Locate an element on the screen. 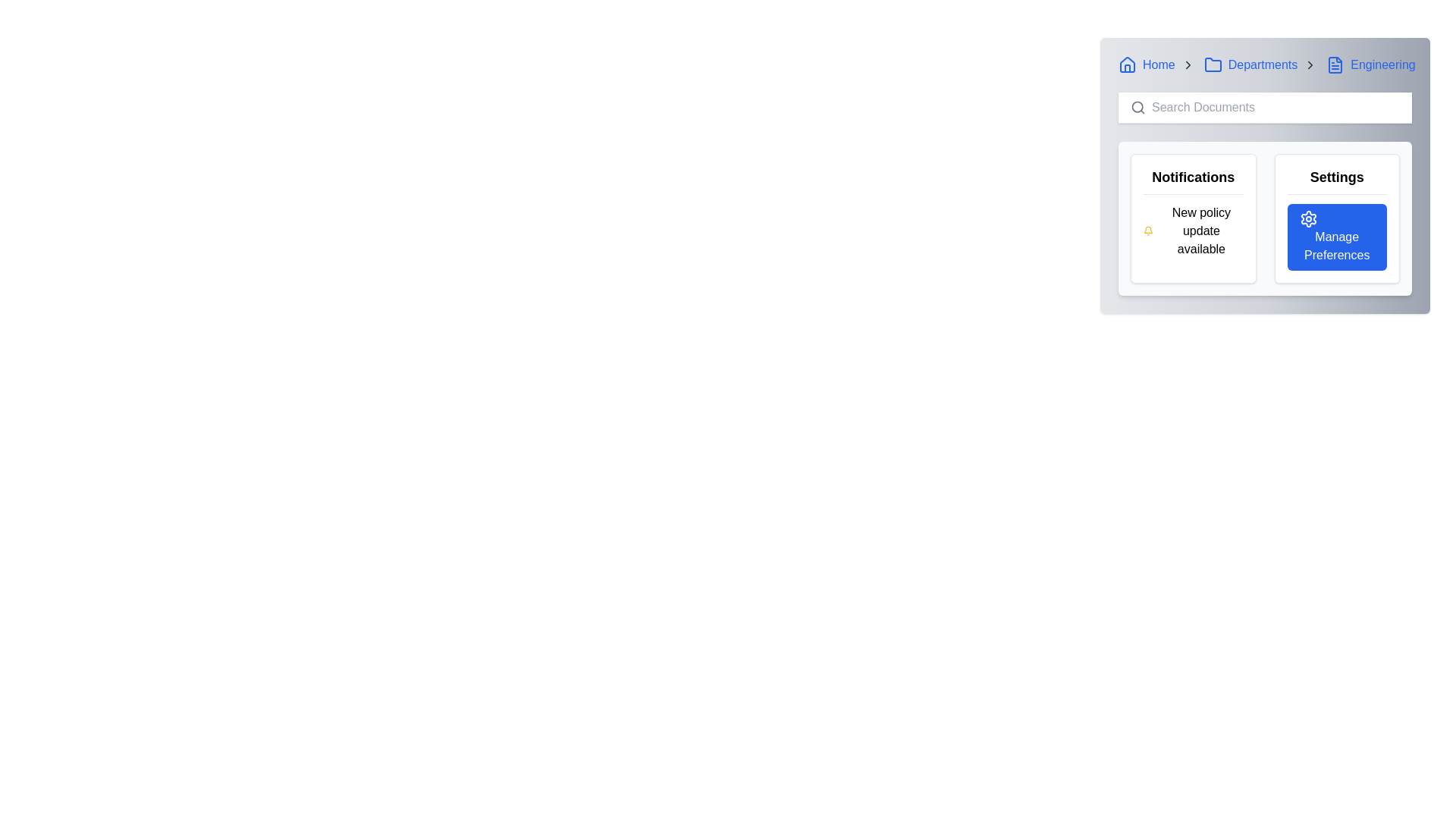  the notification message 'New policy update available' with the yellow bell icon in the Notifications card is located at coordinates (1192, 231).